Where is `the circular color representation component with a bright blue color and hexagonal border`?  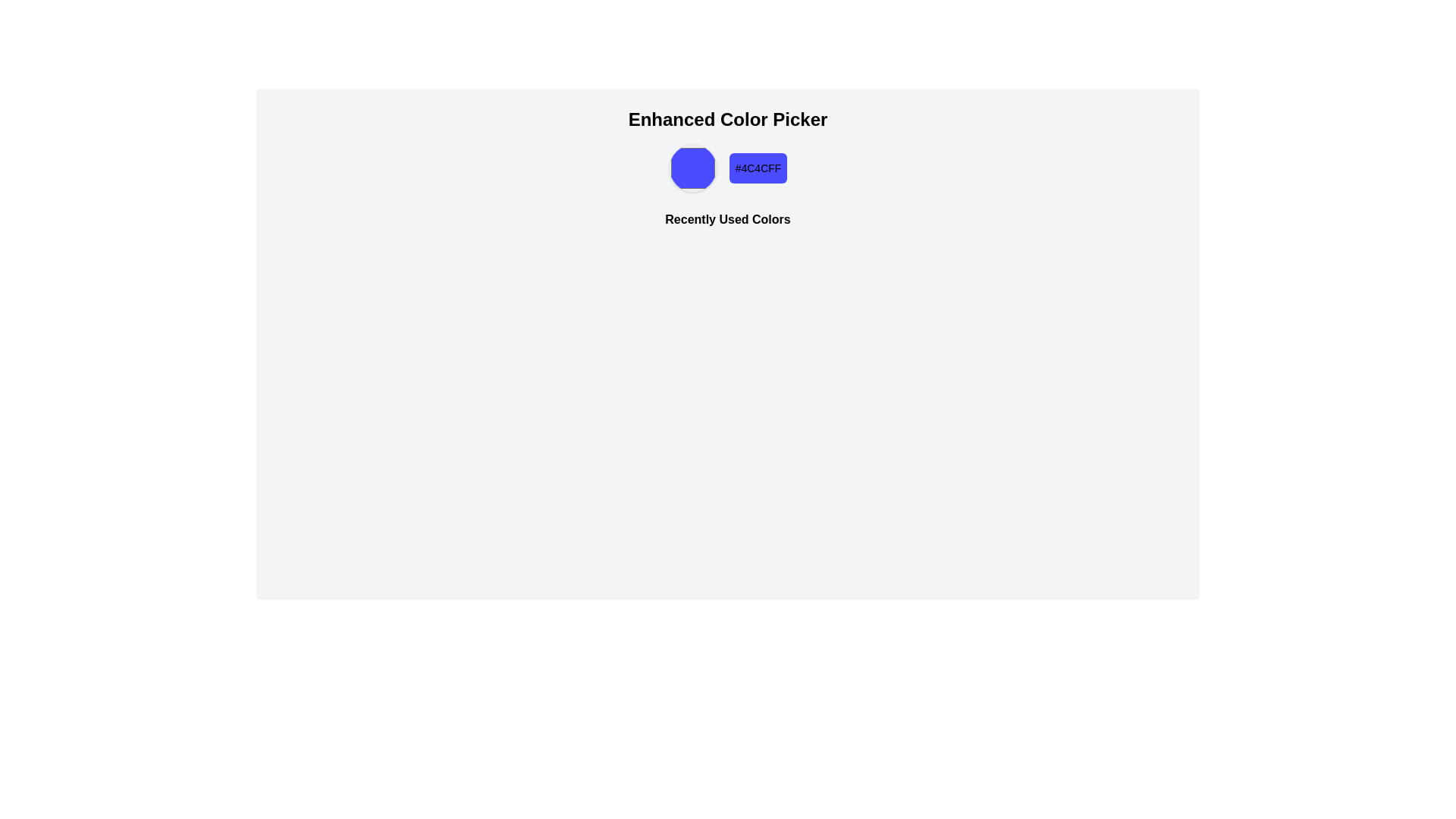
the circular color representation component with a bright blue color and hexagonal border is located at coordinates (692, 168).